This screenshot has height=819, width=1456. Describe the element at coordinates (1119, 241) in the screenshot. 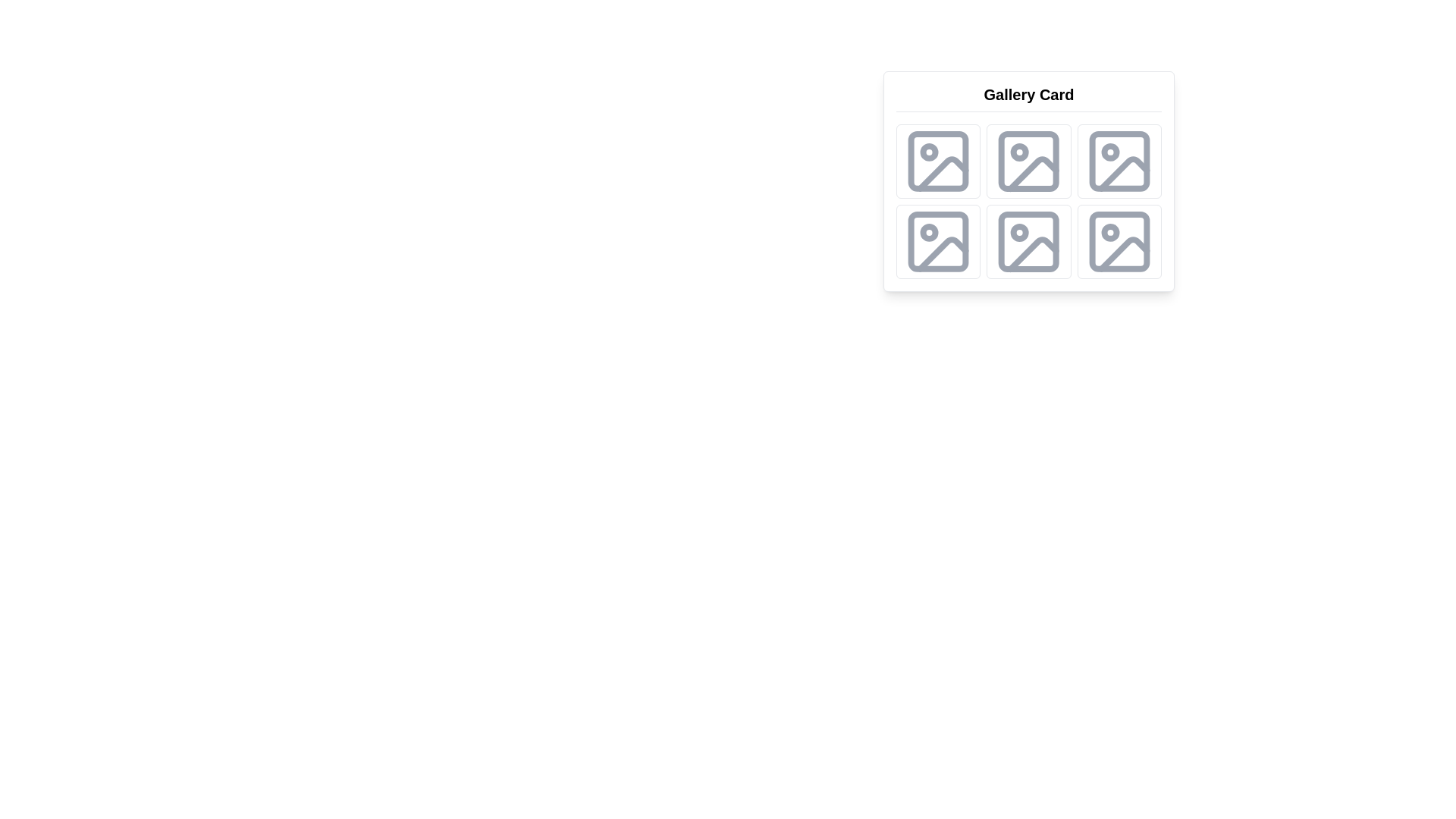

I see `the Gallery grid item labeled 'Caption 6', which features a gray icon resembling a picture with a circular mark and appears` at that location.